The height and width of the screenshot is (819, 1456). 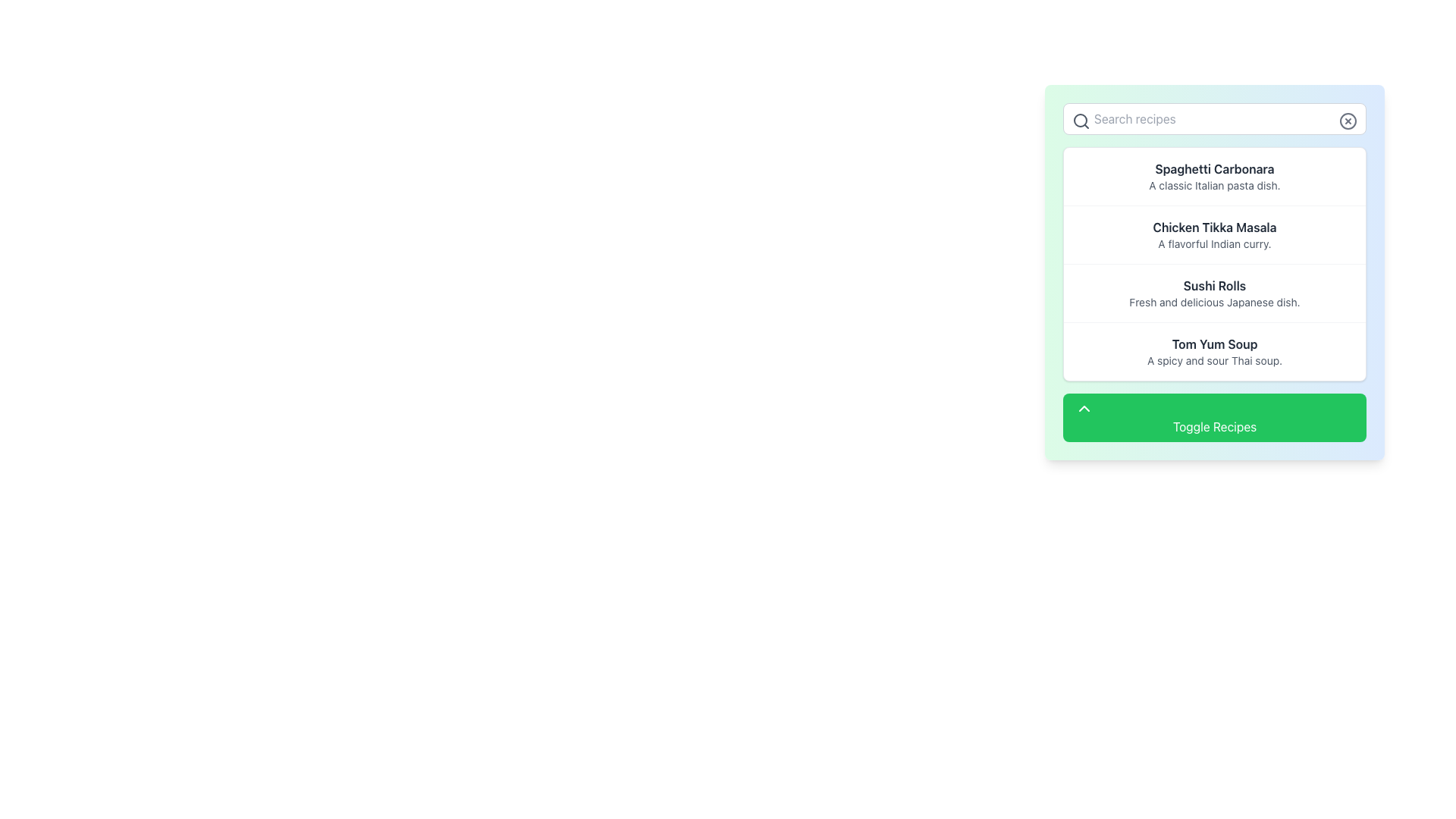 What do you see at coordinates (1215, 271) in the screenshot?
I see `the third list item displaying a food dish in the recipe list to focus on it` at bounding box center [1215, 271].